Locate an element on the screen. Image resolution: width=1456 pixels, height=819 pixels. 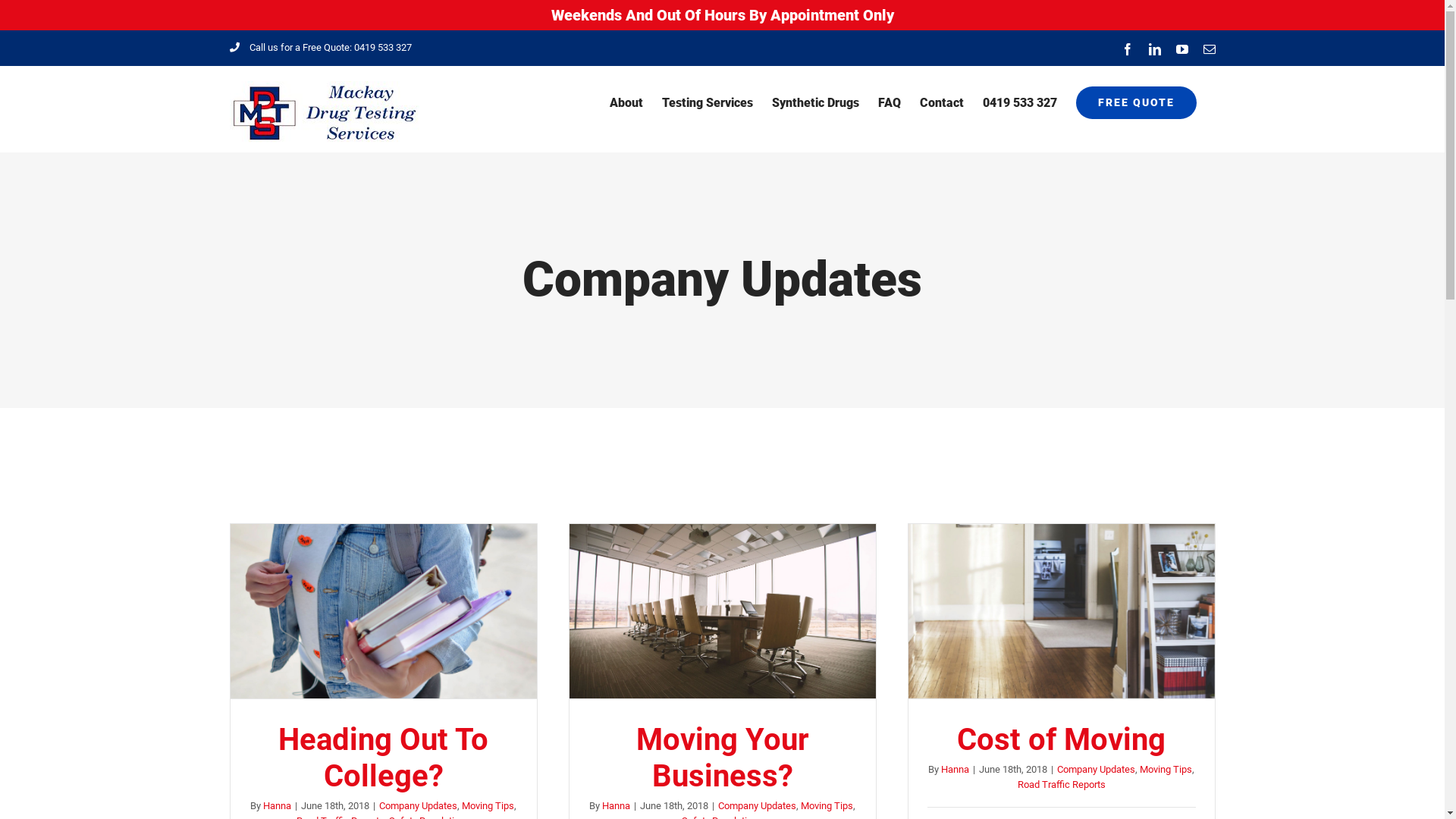
'Synthetic Drugs' is located at coordinates (771, 102).